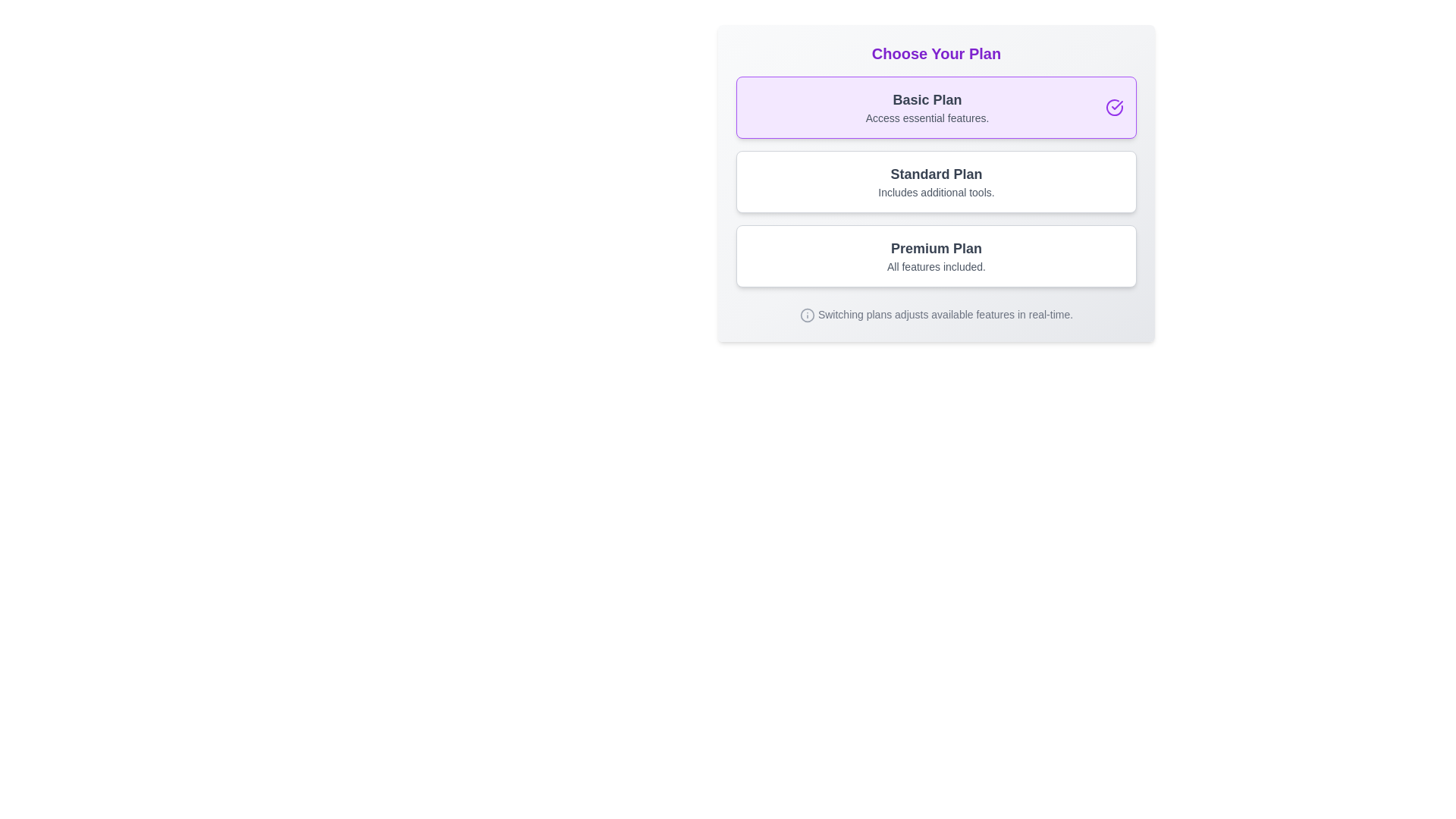 Image resolution: width=1456 pixels, height=819 pixels. I want to click on the circular information icon at the beginning of the 'Choose Your Plan' section, so click(806, 314).